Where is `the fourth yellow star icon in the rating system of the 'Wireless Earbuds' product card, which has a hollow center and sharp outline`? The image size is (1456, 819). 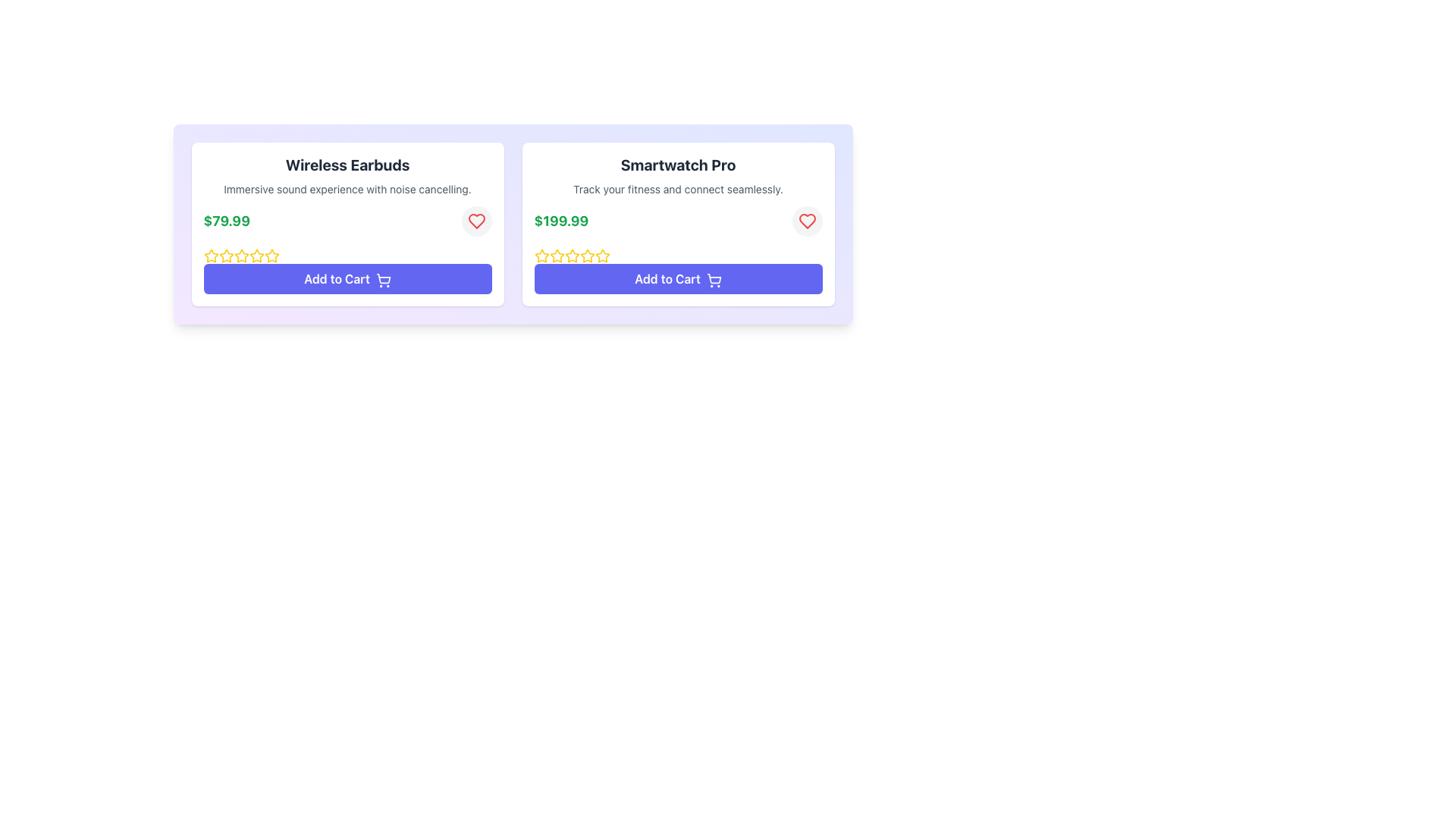
the fourth yellow star icon in the rating system of the 'Wireless Earbuds' product card, which has a hollow center and sharp outline is located at coordinates (256, 256).